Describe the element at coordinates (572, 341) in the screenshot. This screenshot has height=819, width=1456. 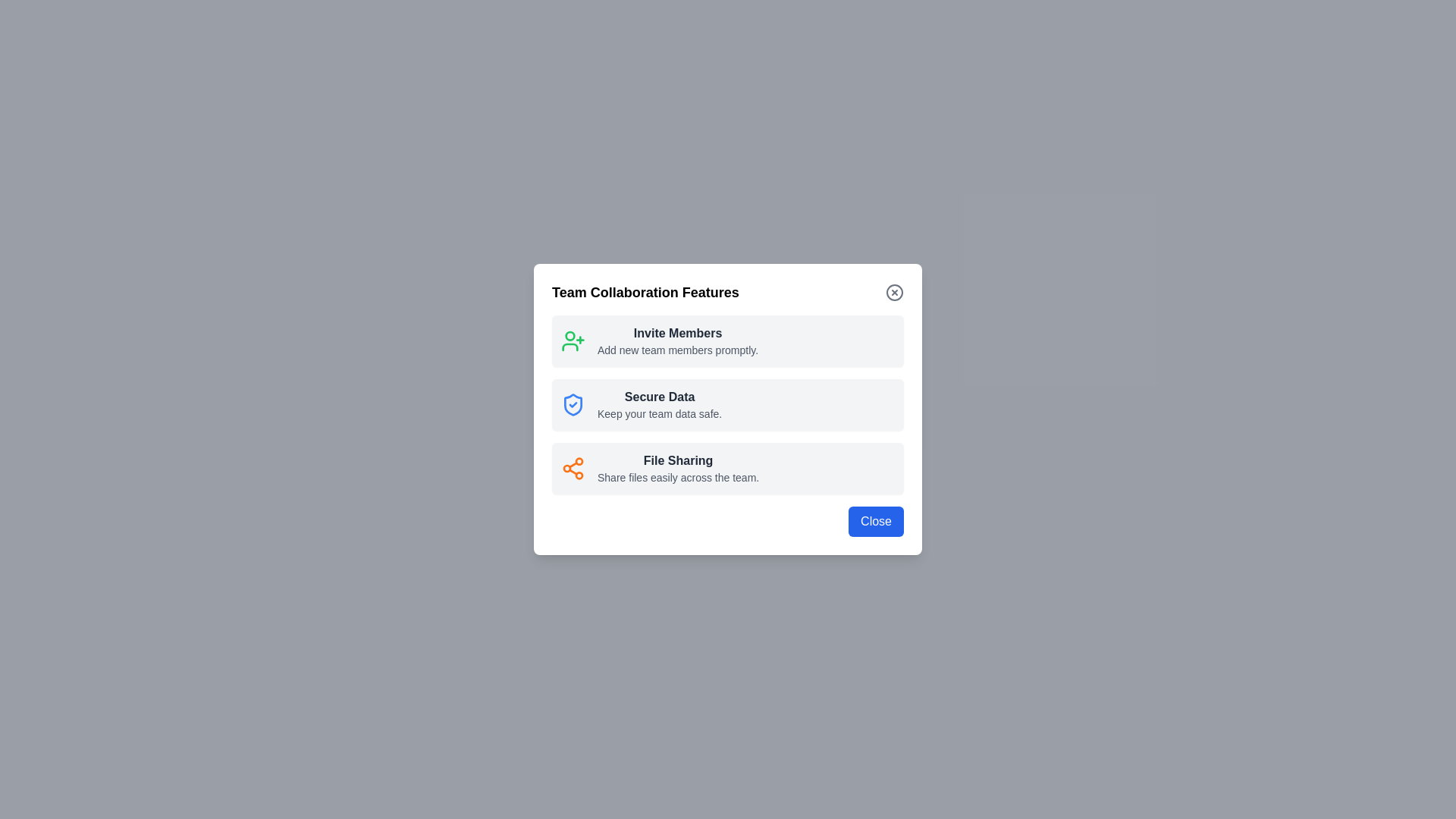
I see `the feature icon corresponding to Invite Members` at that location.